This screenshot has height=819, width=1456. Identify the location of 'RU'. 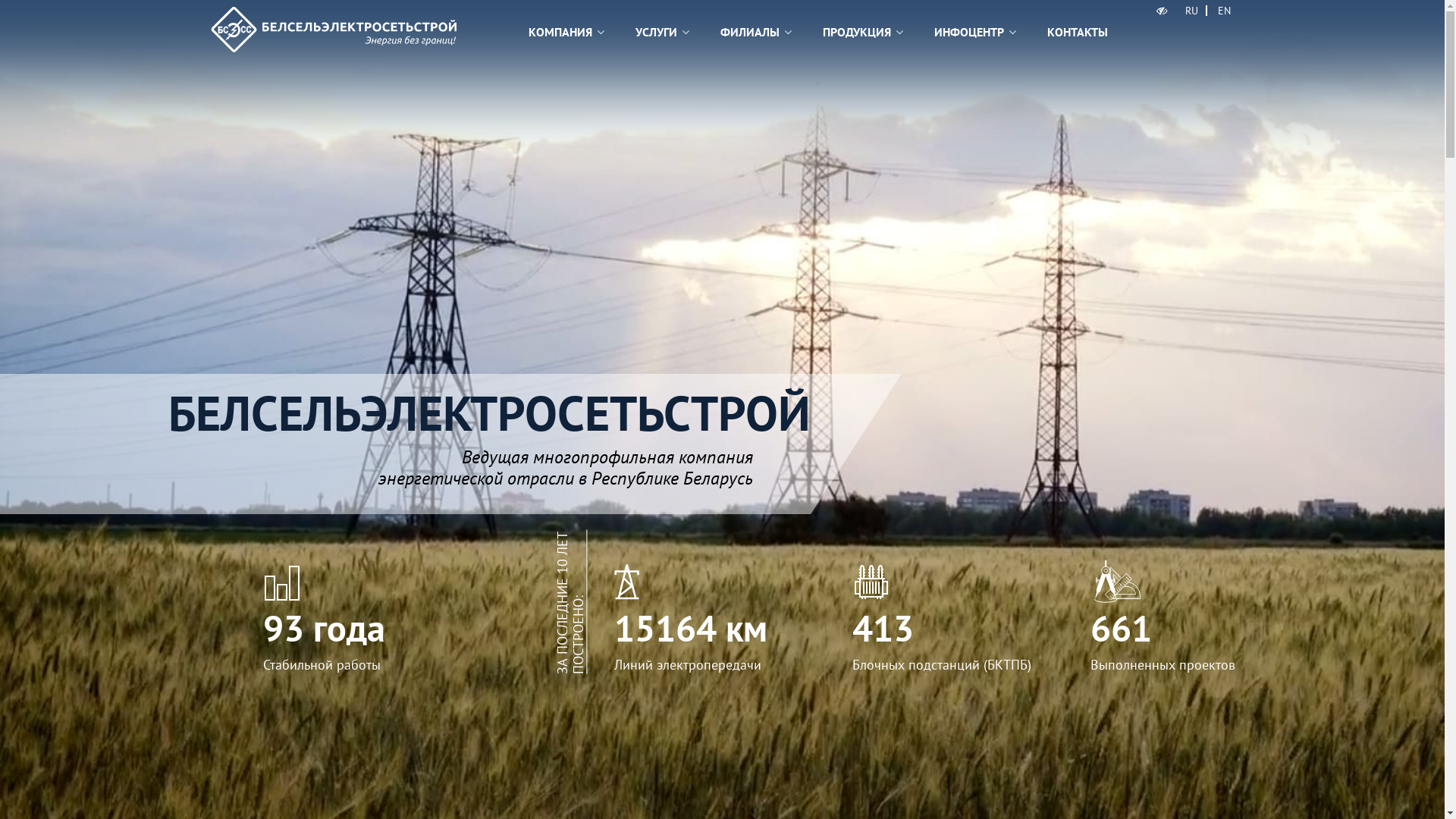
(1191, 11).